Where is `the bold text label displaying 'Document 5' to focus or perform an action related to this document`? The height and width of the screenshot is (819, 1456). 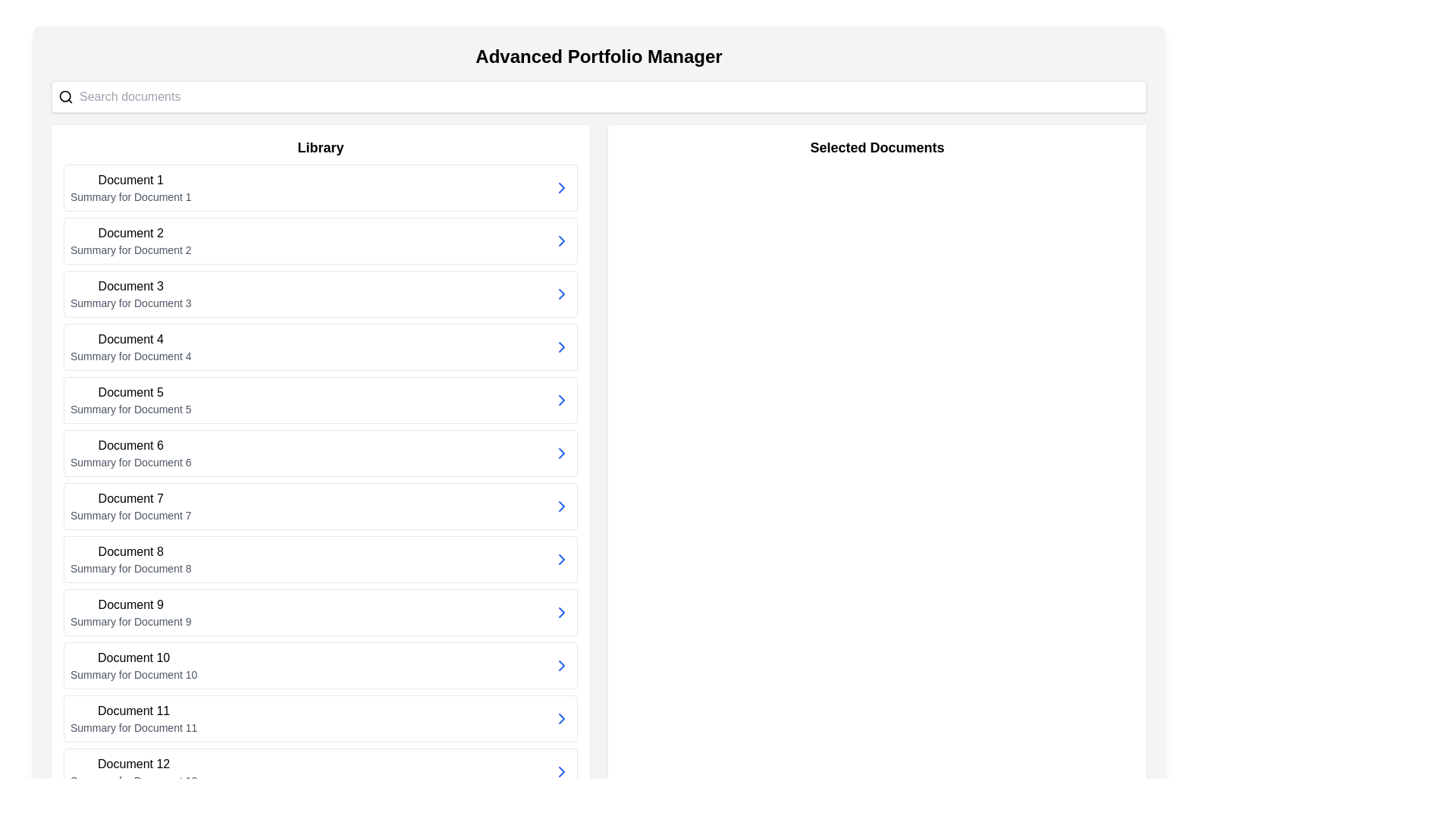 the bold text label displaying 'Document 5' to focus or perform an action related to this document is located at coordinates (130, 391).